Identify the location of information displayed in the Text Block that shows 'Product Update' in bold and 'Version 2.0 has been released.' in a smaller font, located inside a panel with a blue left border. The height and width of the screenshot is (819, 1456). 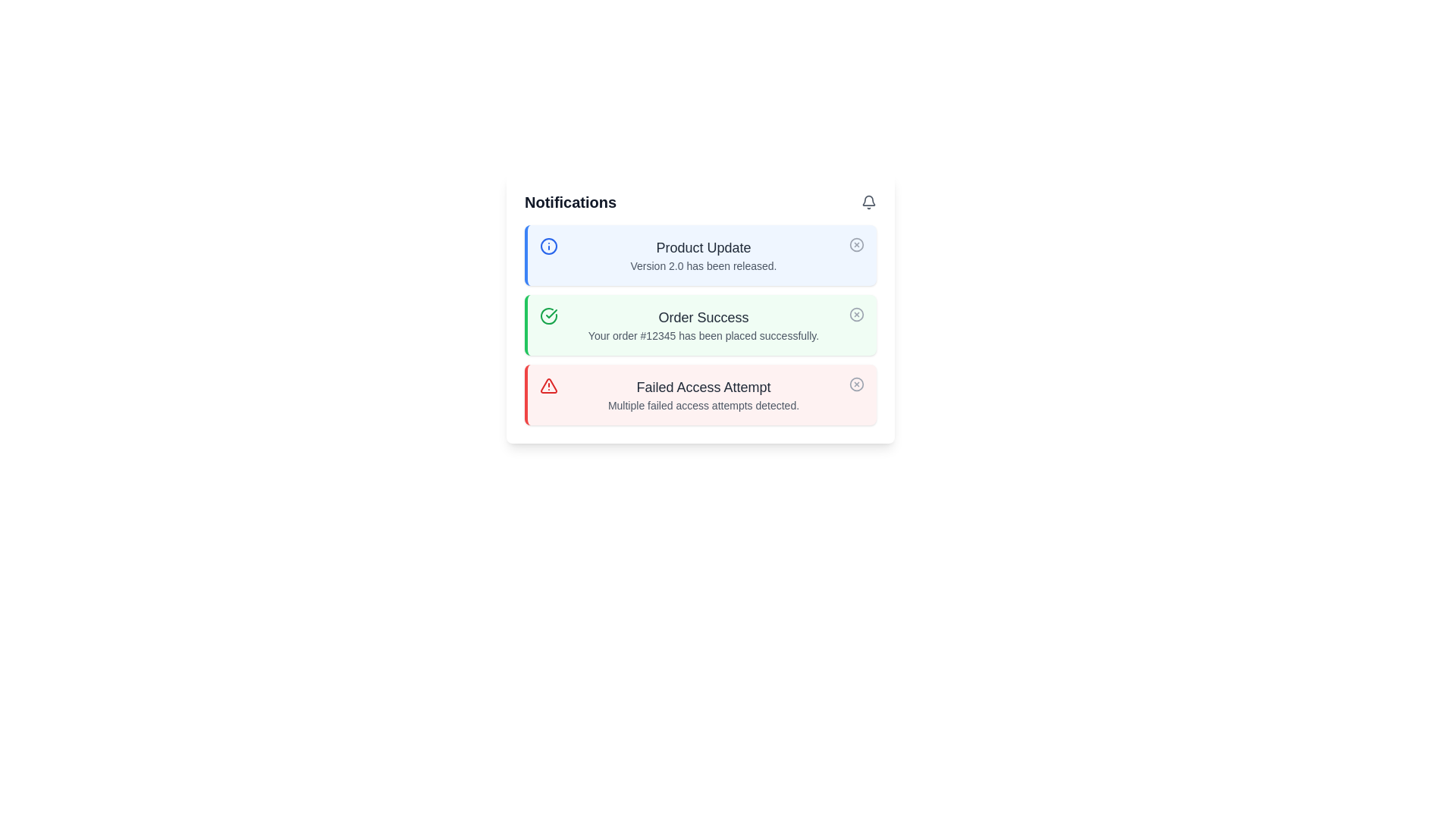
(702, 254).